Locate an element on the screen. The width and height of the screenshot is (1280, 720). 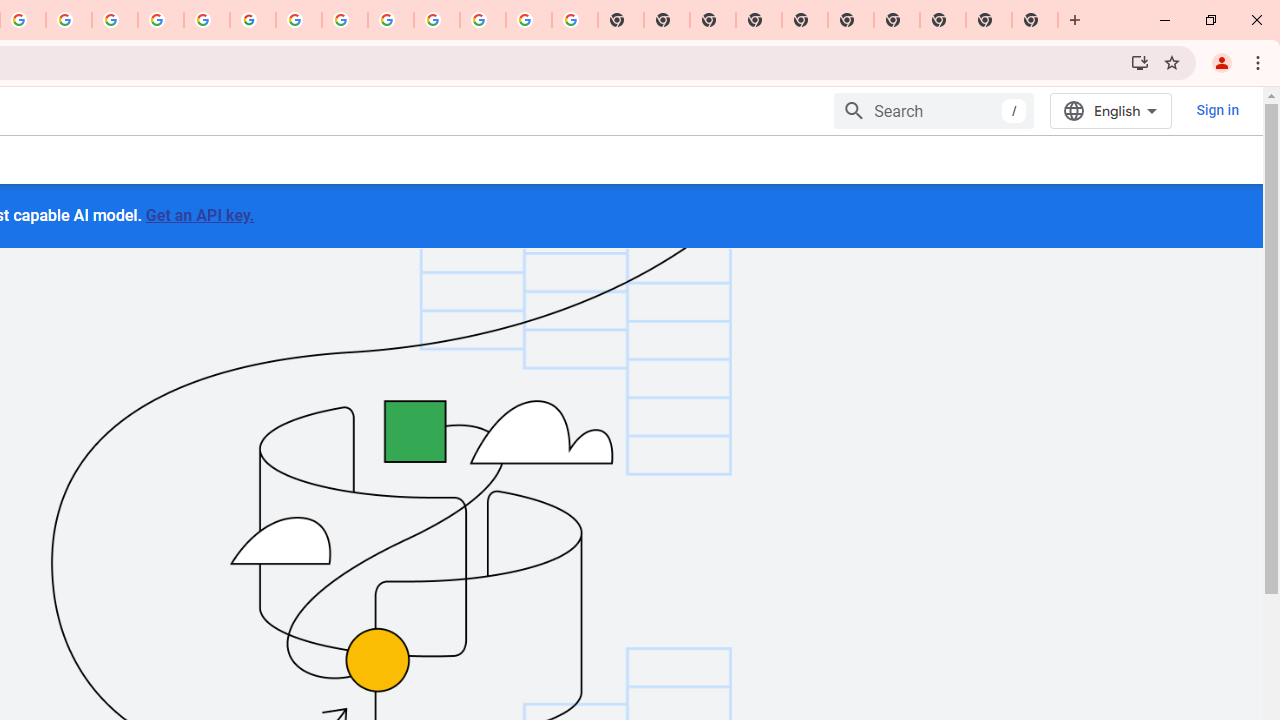
'Google Images' is located at coordinates (573, 20).